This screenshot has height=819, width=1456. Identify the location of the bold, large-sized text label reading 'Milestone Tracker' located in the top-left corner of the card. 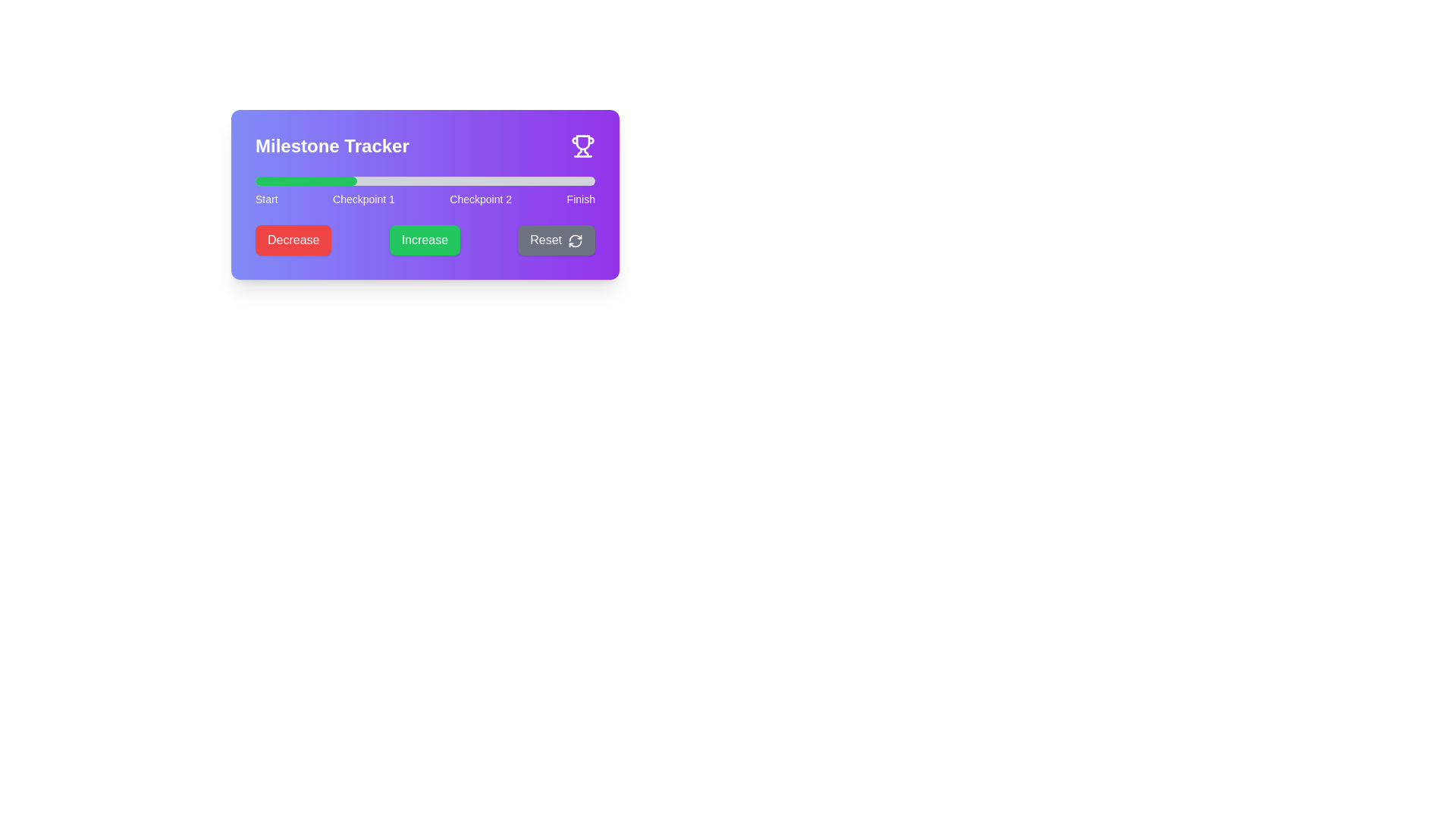
(331, 146).